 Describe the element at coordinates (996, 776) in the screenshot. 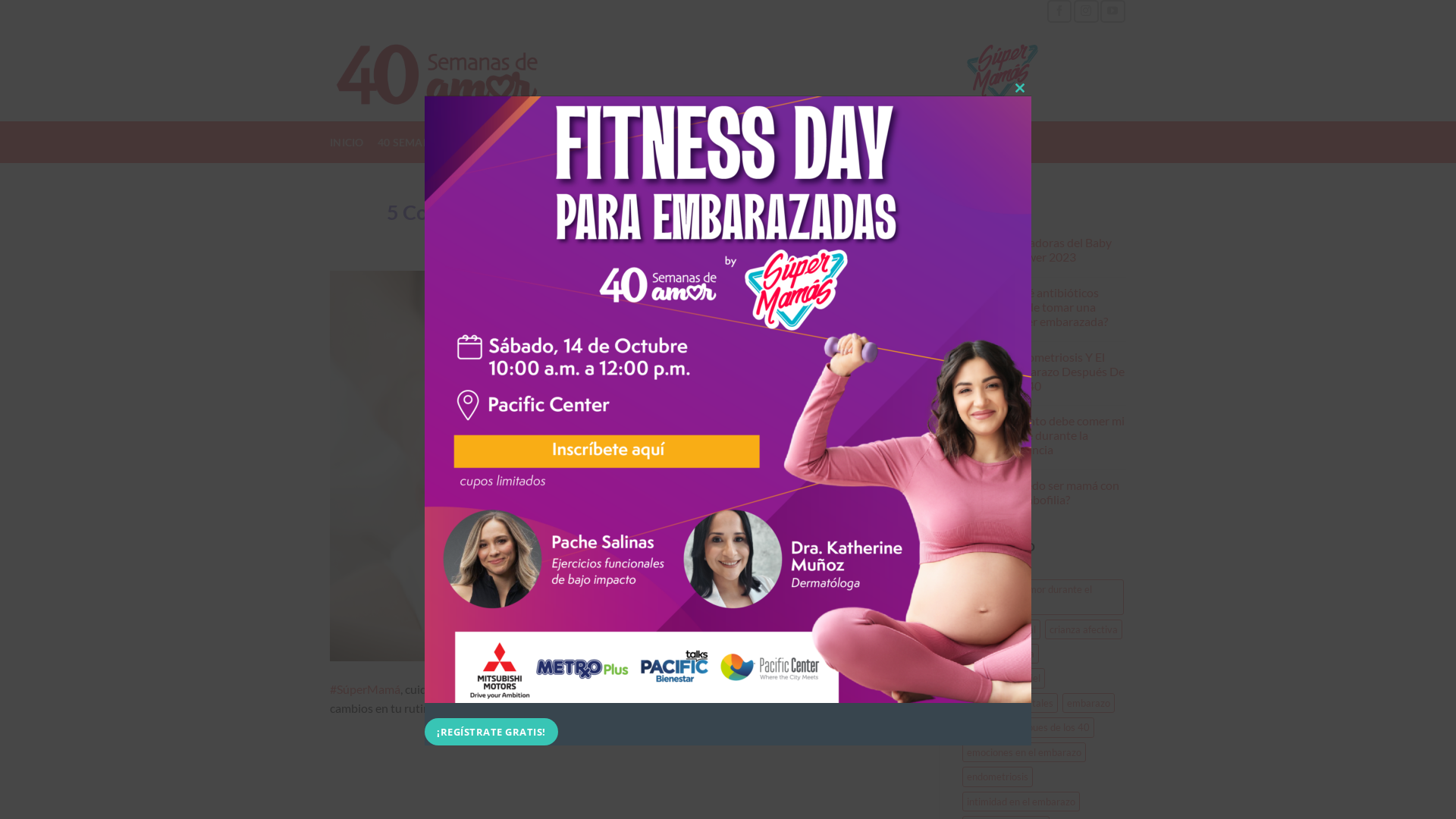

I see `'endometriosis'` at that location.